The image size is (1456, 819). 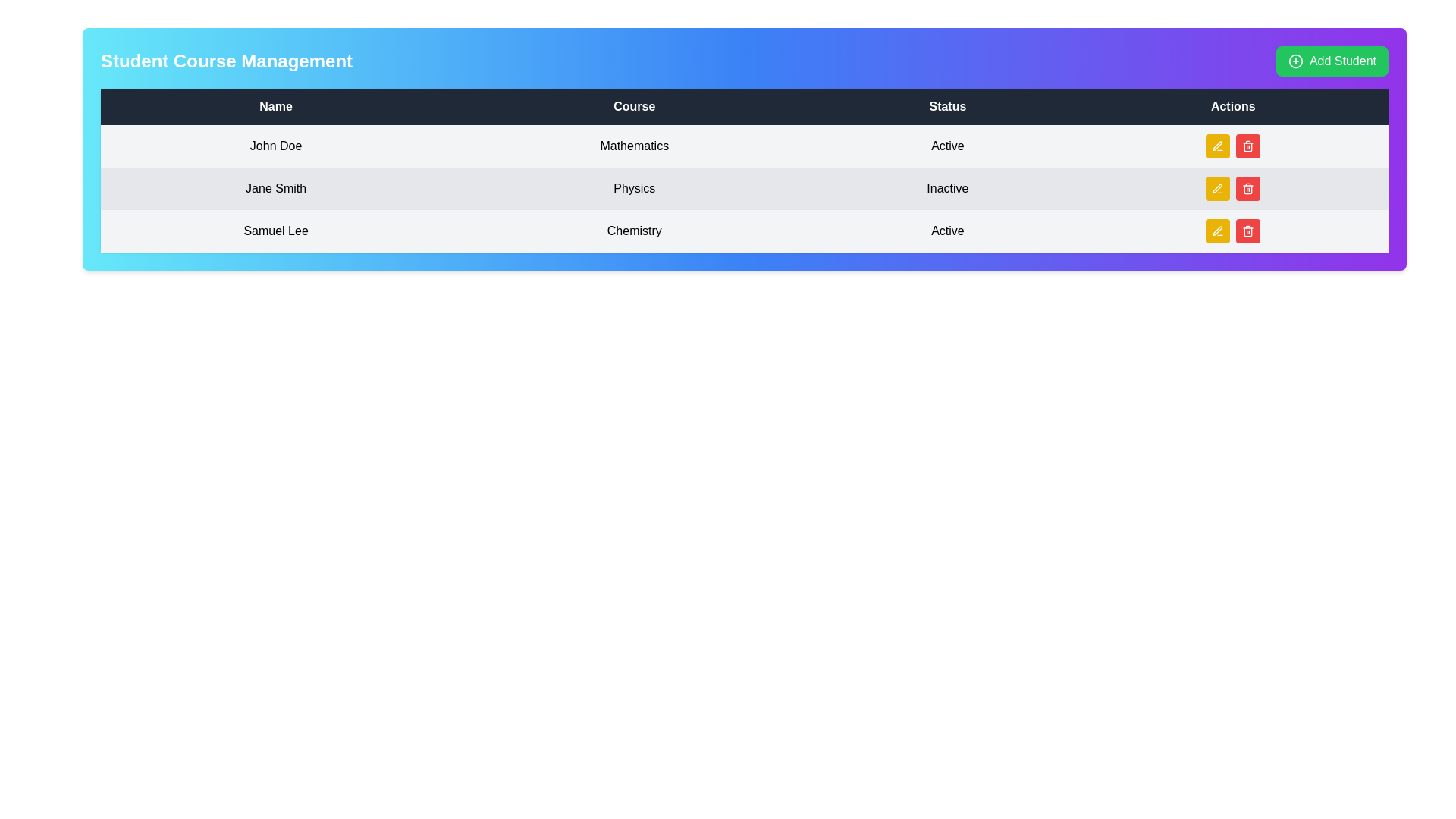 What do you see at coordinates (745, 146) in the screenshot?
I see `the first row of the table under 'Student Course Management'` at bounding box center [745, 146].